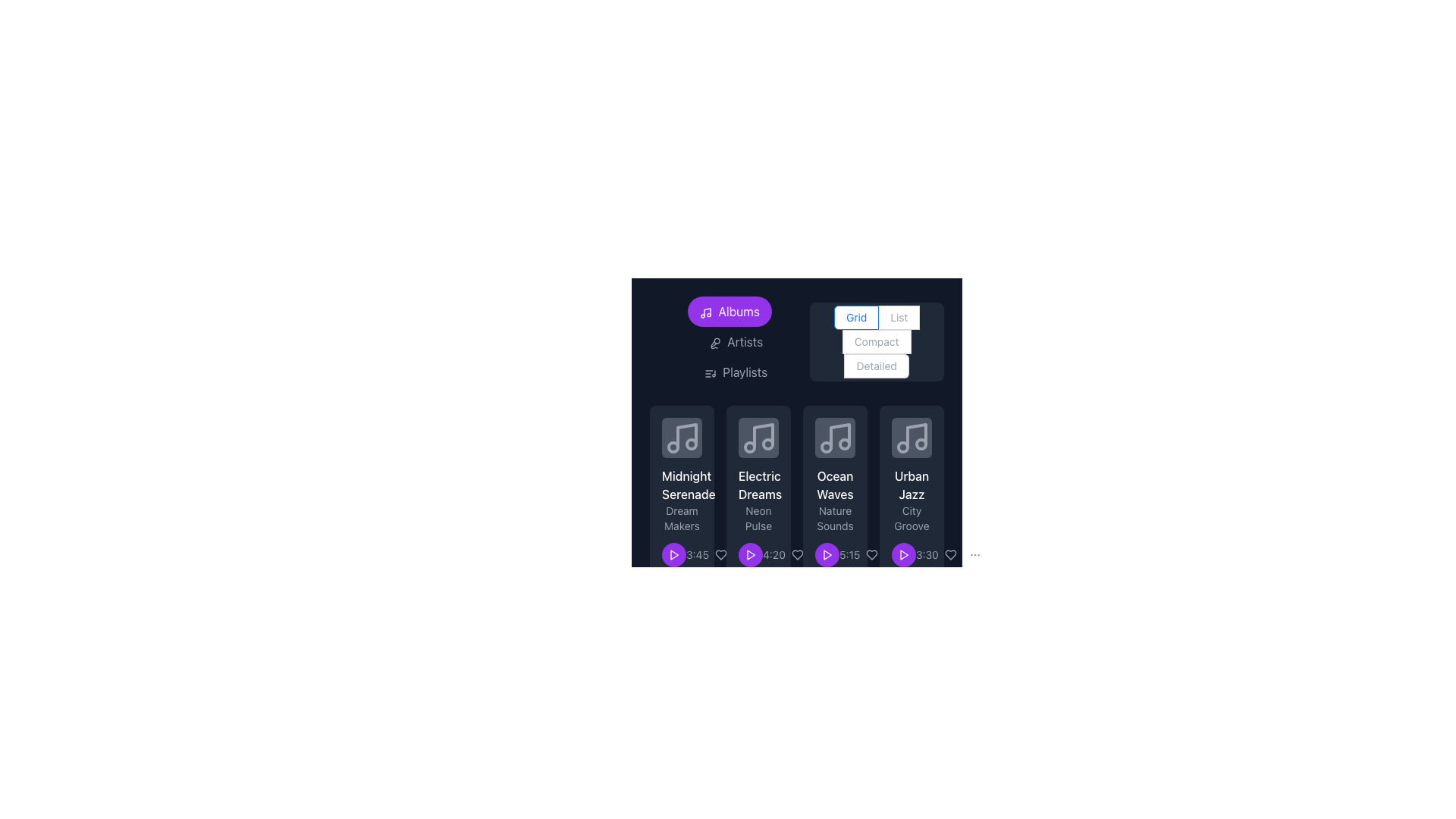 This screenshot has width=1456, height=819. What do you see at coordinates (877, 366) in the screenshot?
I see `the 'Detailed' radio button in the top-right section of the content area` at bounding box center [877, 366].